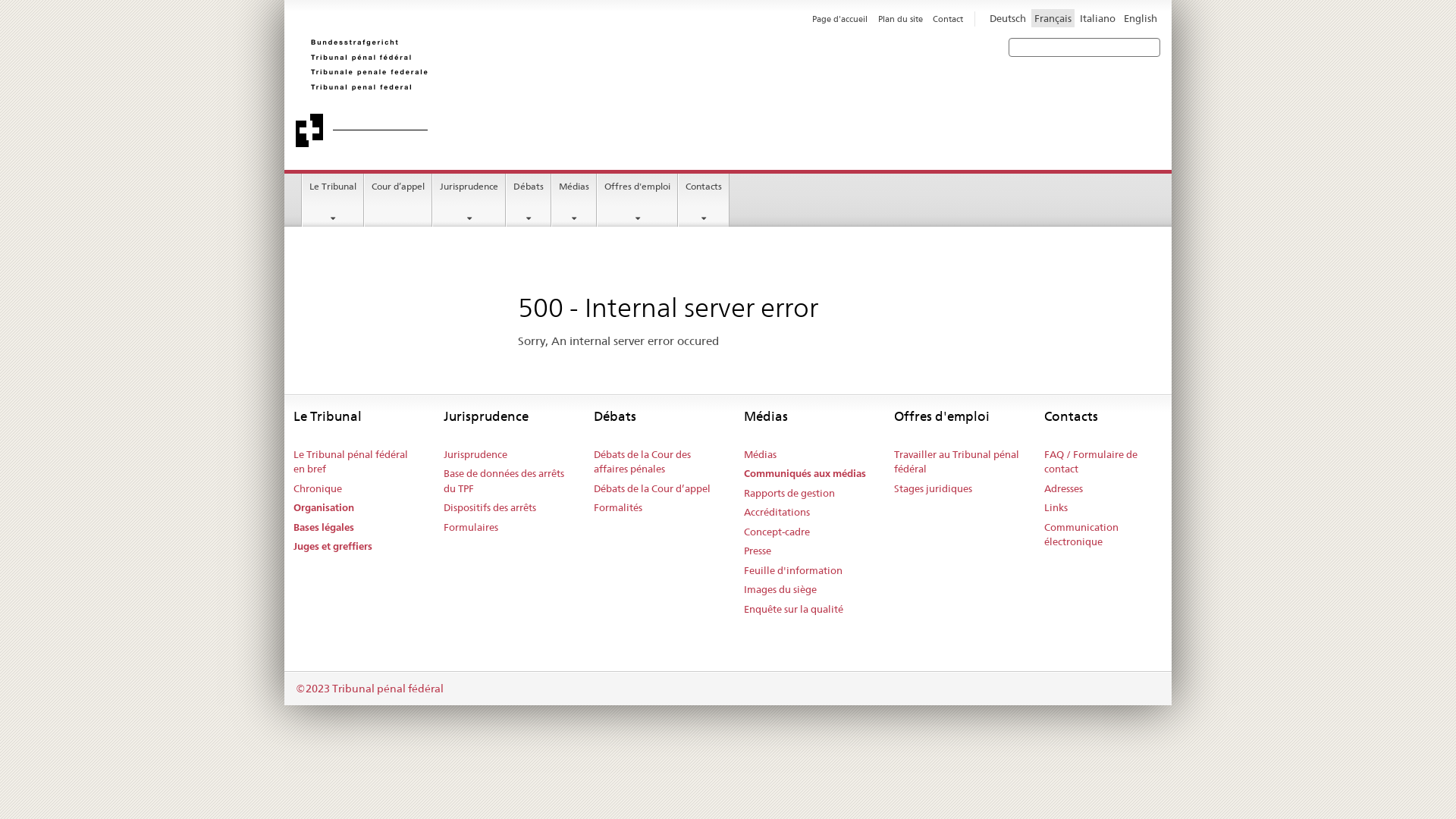  I want to click on 'Italiano', so click(1076, 17).